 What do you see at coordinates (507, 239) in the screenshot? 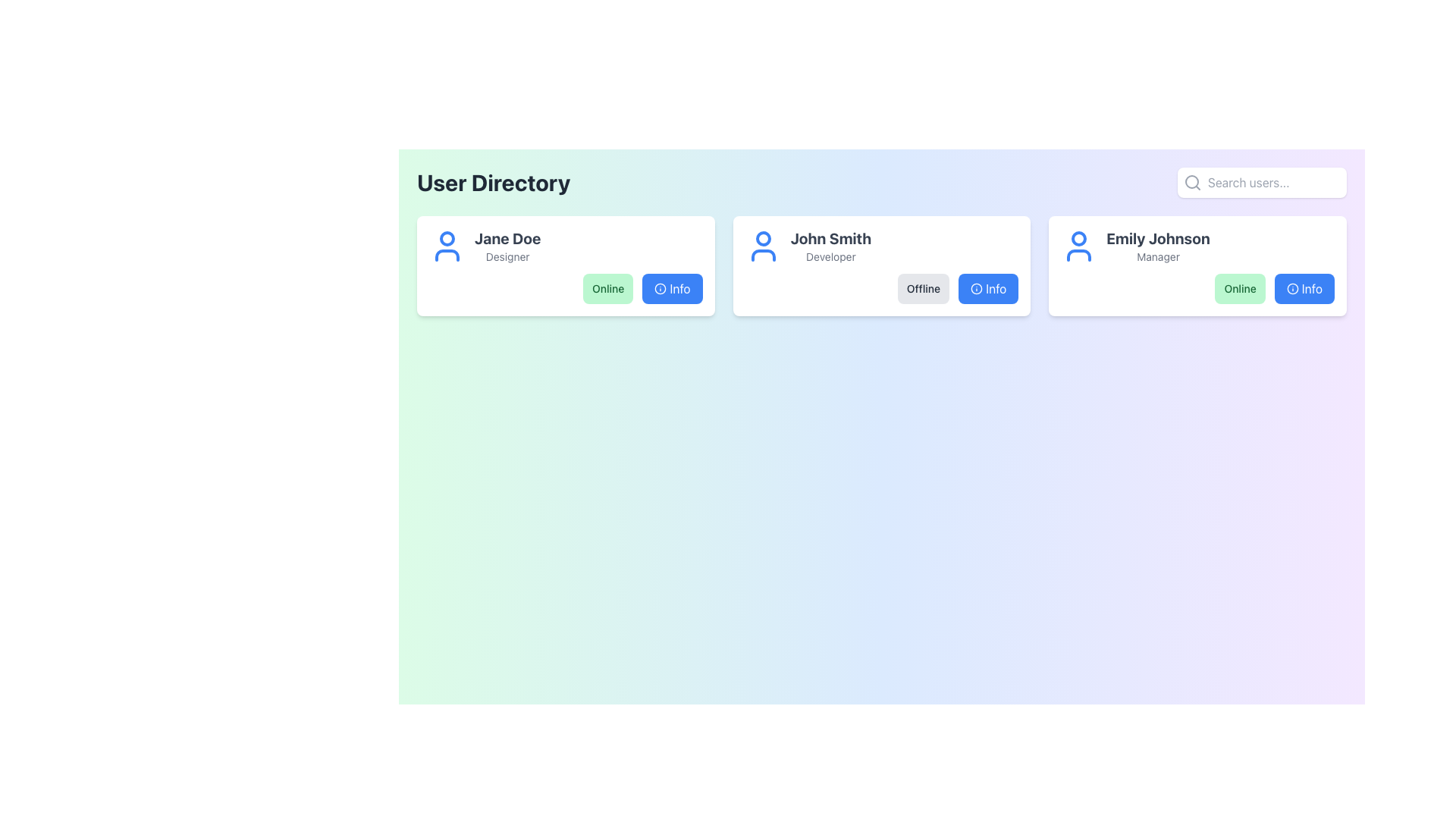
I see `the text label displaying 'Jane Doe' to initiate an action, located in the center-left profile card above the subtitle 'Designer'` at bounding box center [507, 239].